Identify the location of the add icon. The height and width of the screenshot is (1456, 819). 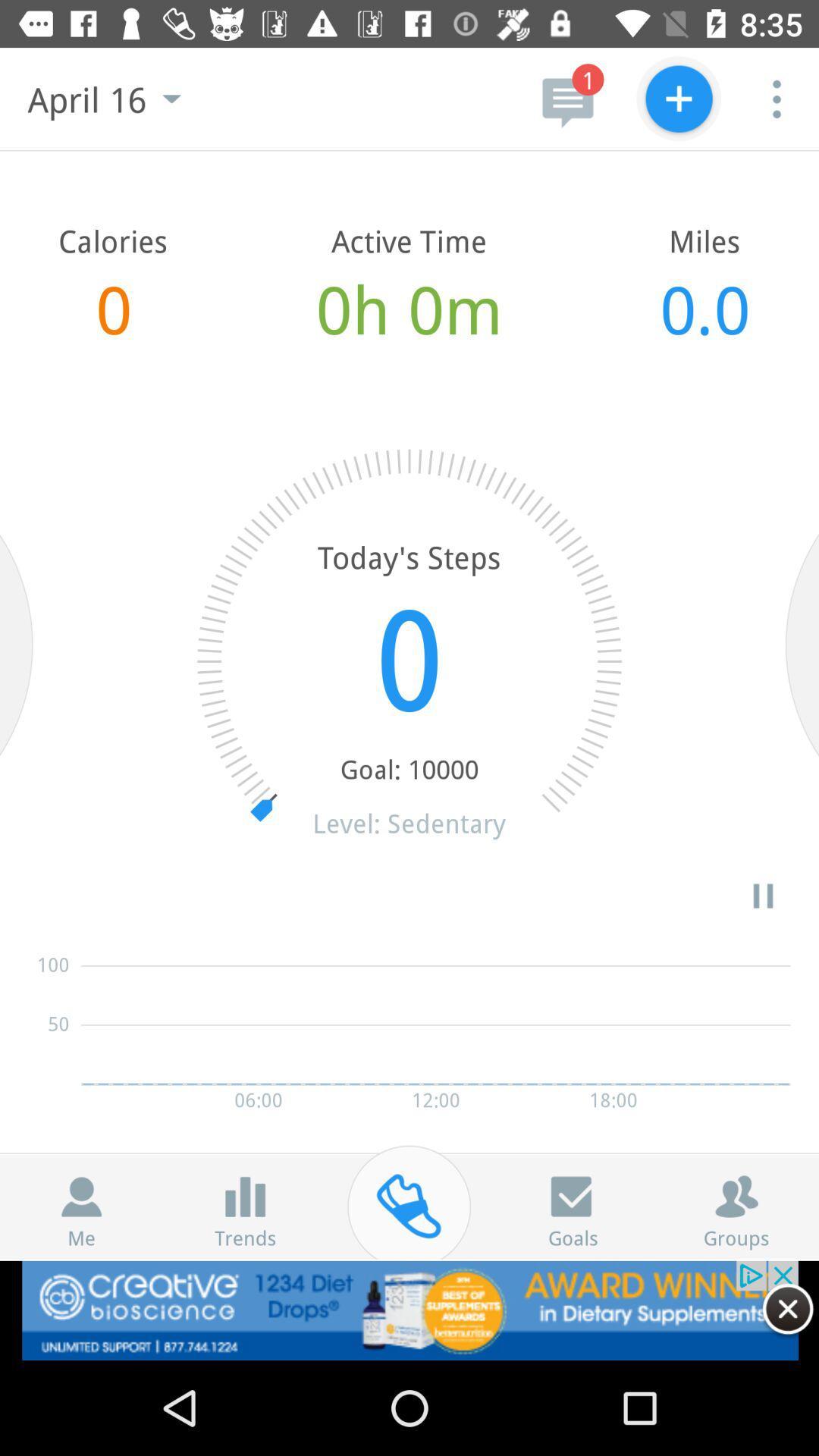
(678, 98).